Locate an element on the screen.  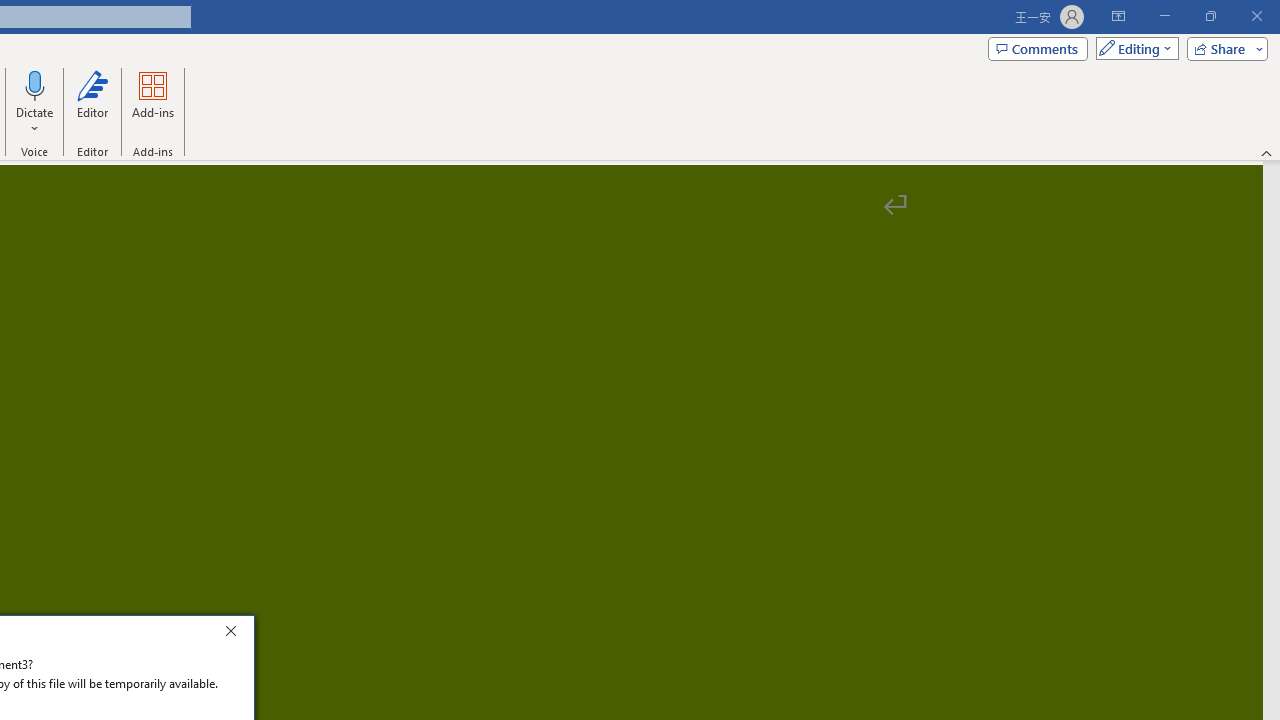
'Restore Down' is located at coordinates (1209, 16).